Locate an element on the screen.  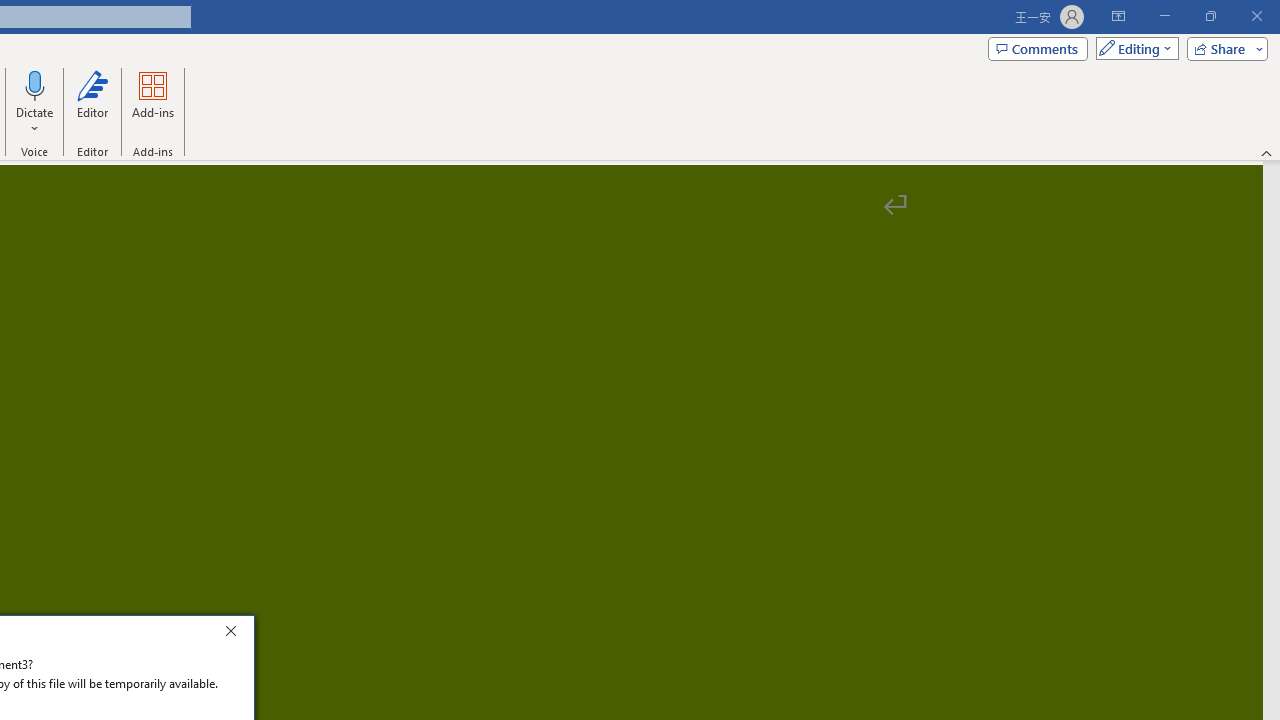
'Restore Down' is located at coordinates (1209, 16).